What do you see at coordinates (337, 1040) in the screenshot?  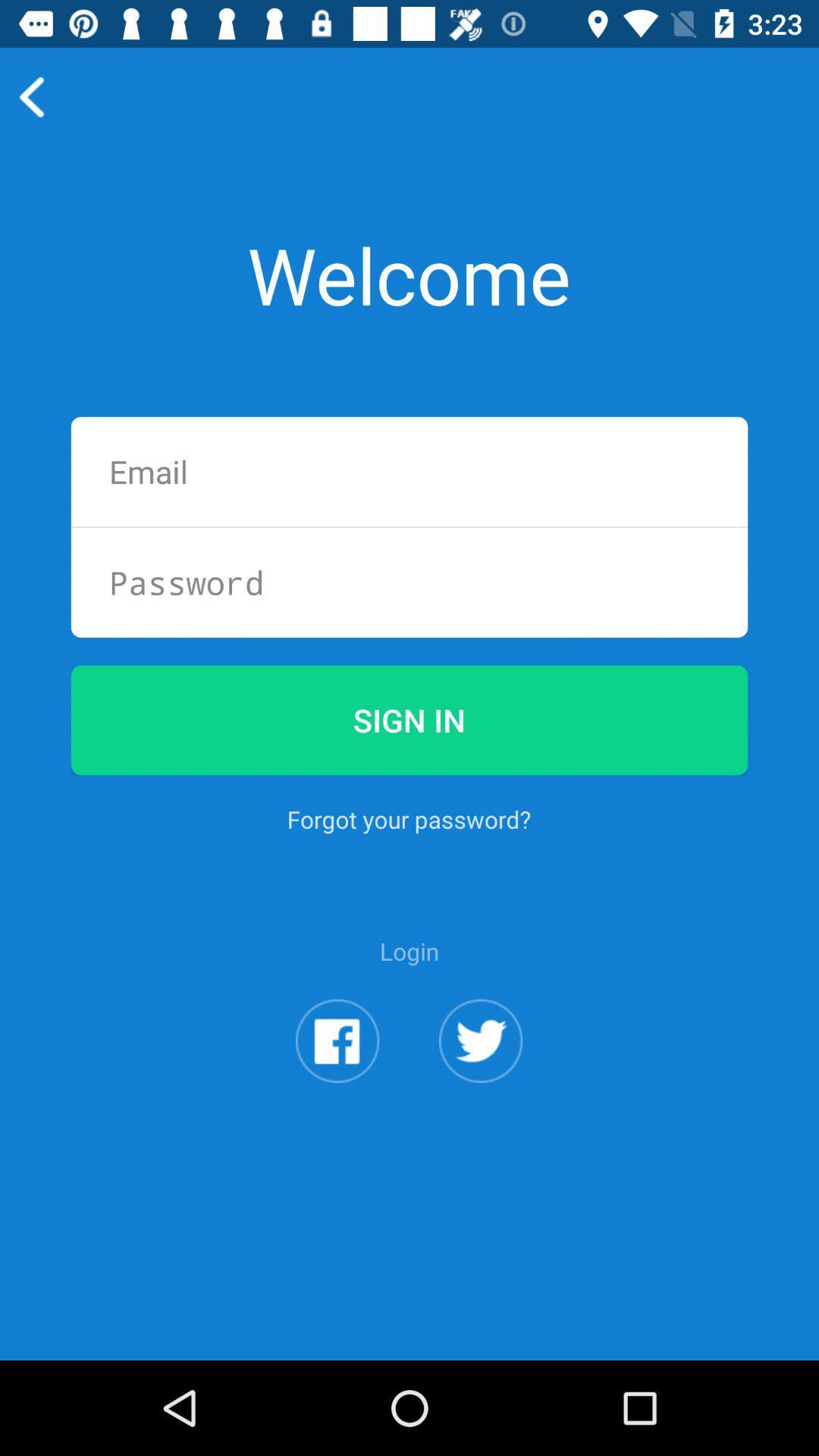 I see `facebook` at bounding box center [337, 1040].